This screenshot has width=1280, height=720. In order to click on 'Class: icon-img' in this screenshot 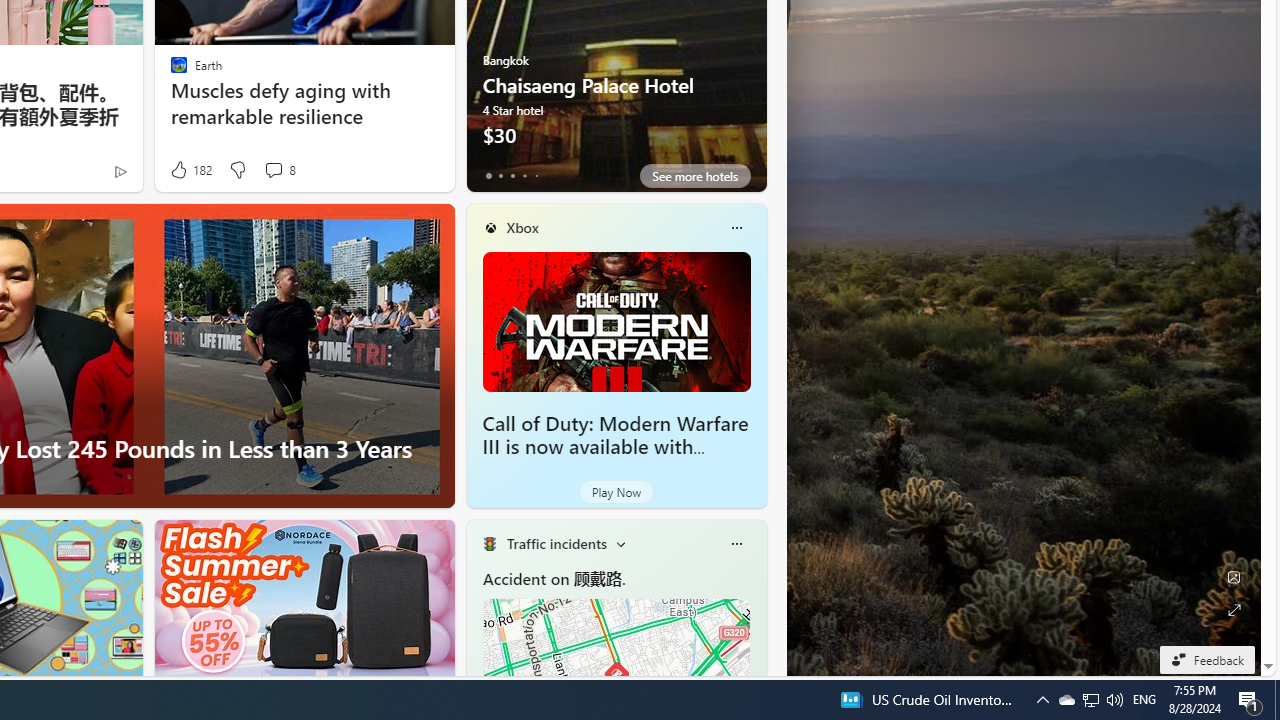, I will do `click(735, 543)`.